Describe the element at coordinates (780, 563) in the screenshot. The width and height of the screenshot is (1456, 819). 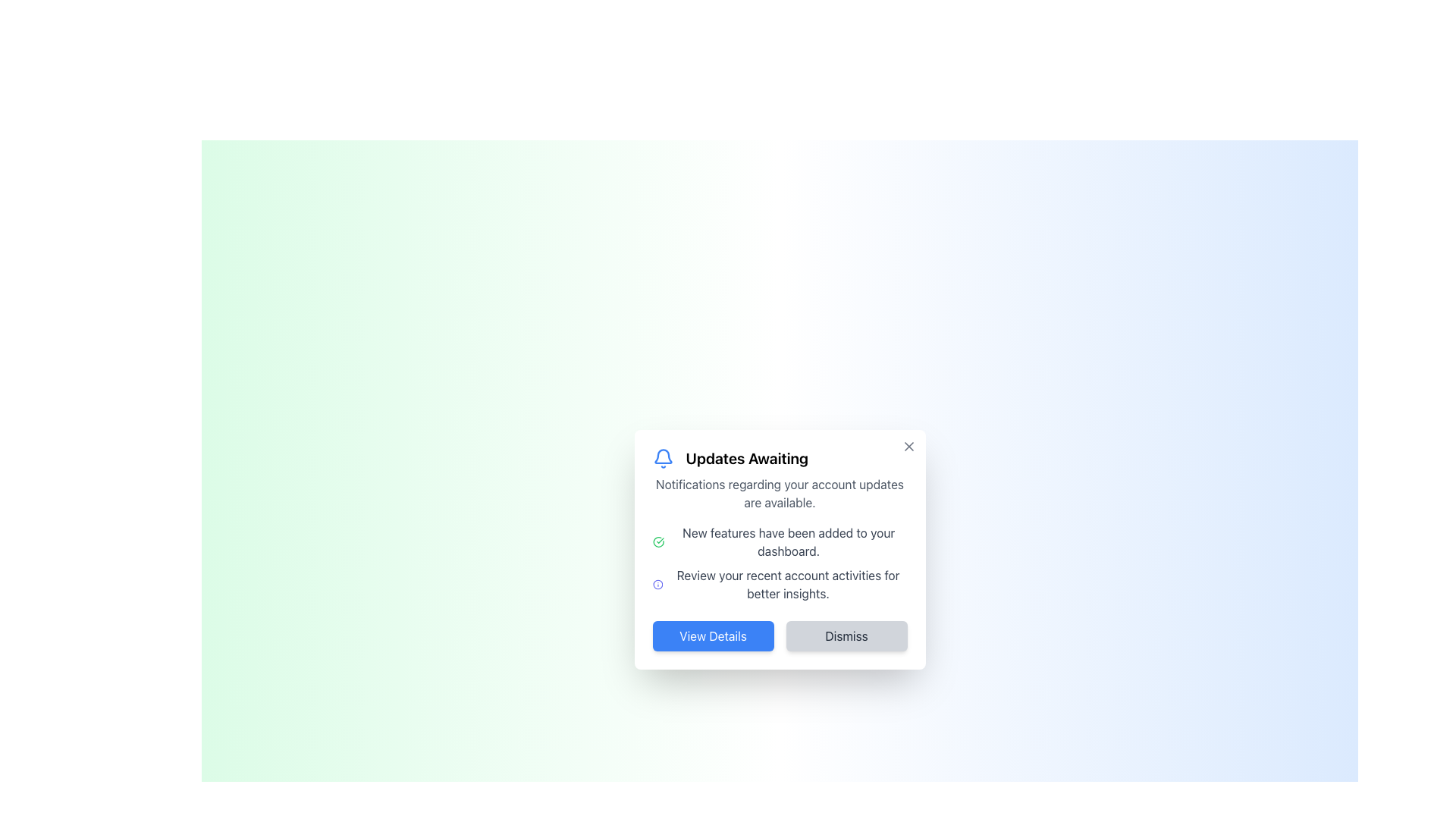
I see `the informational text block that displays updates about new features and account activities, located below the heading 'Updates Awaiting' and above the buttons 'View Details' and 'Dismiss'` at that location.